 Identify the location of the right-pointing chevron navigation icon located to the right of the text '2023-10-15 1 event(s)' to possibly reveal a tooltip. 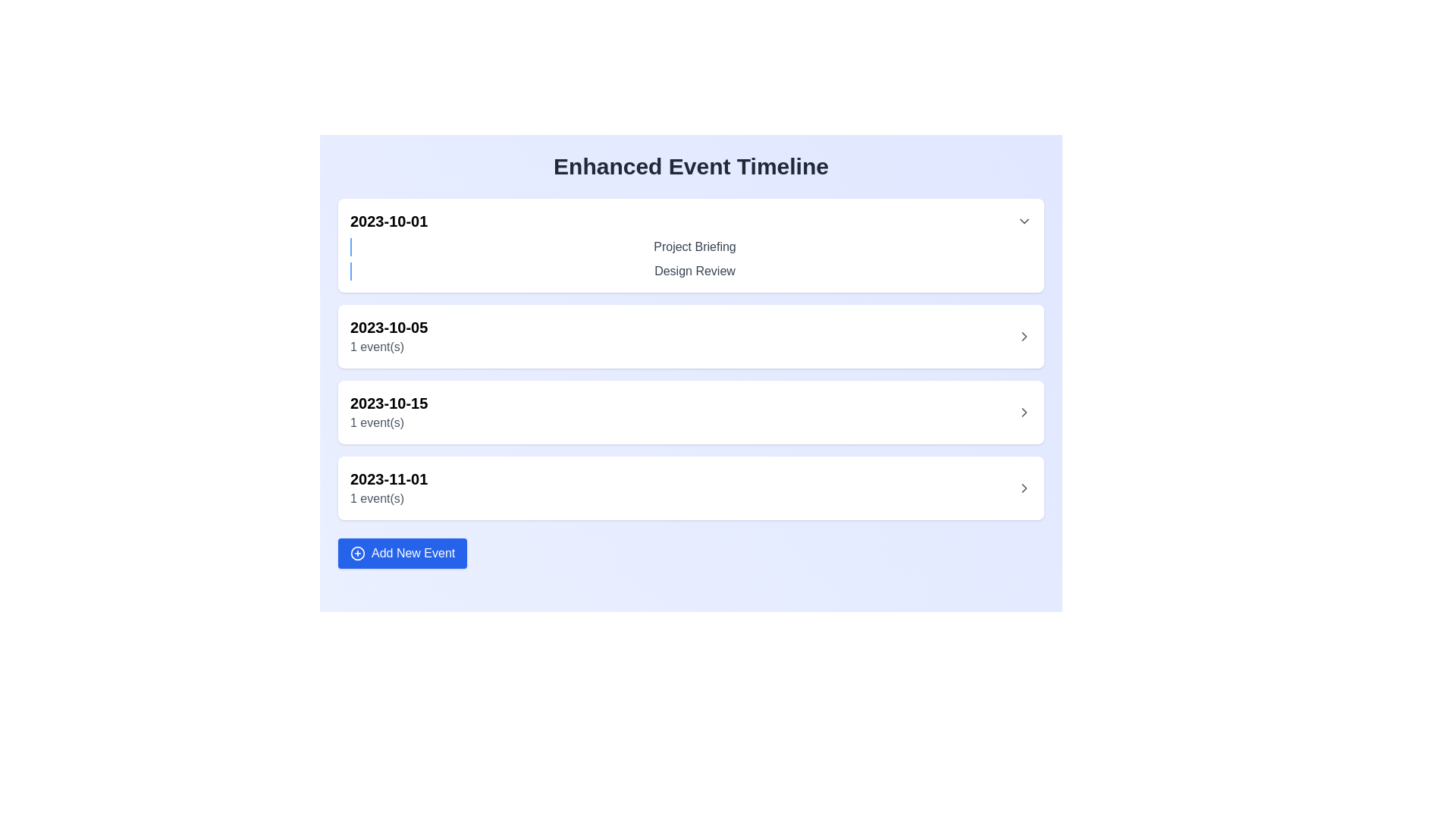
(1024, 412).